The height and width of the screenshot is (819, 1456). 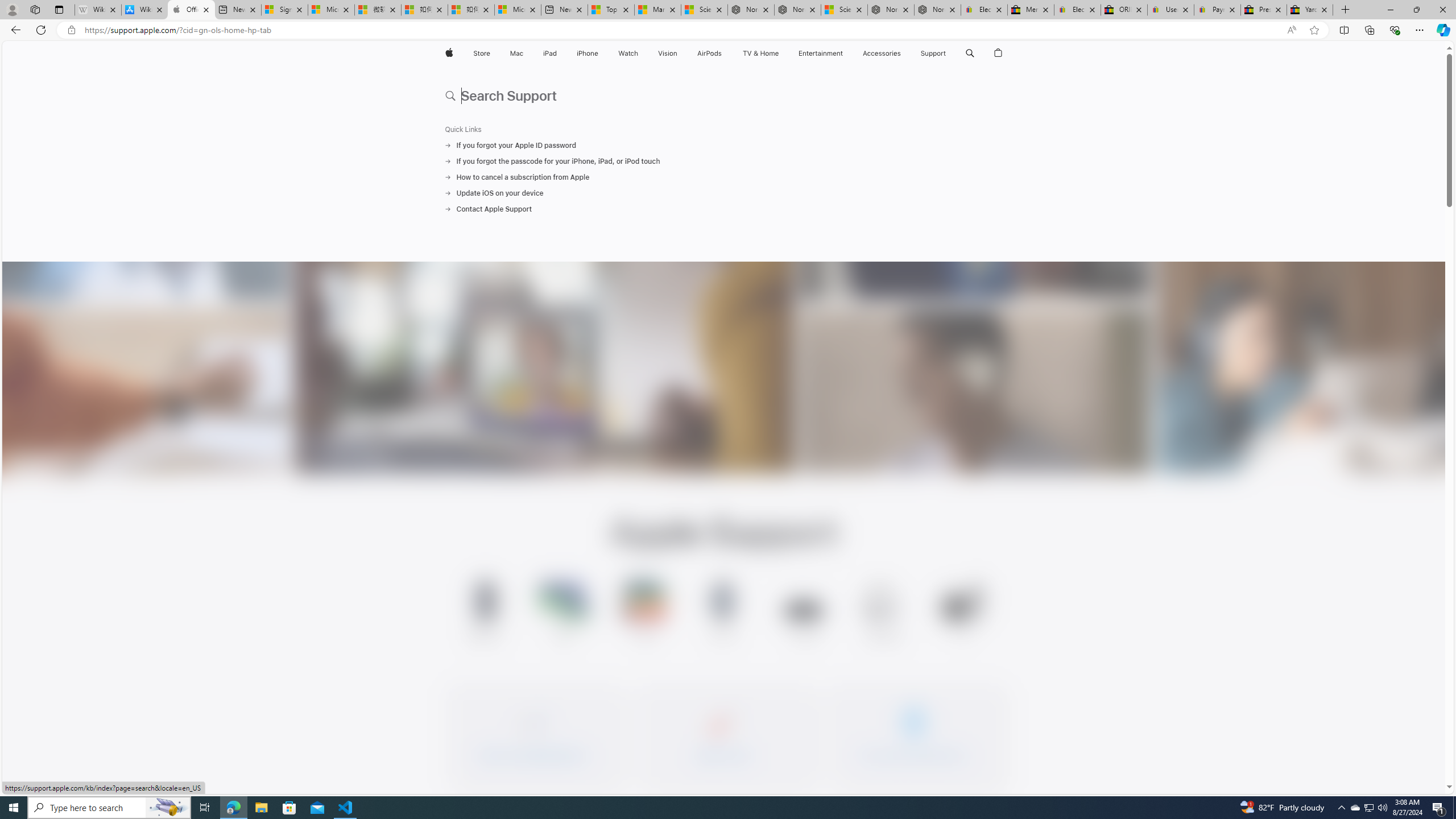 I want to click on 'Store', so click(x=481, y=53).